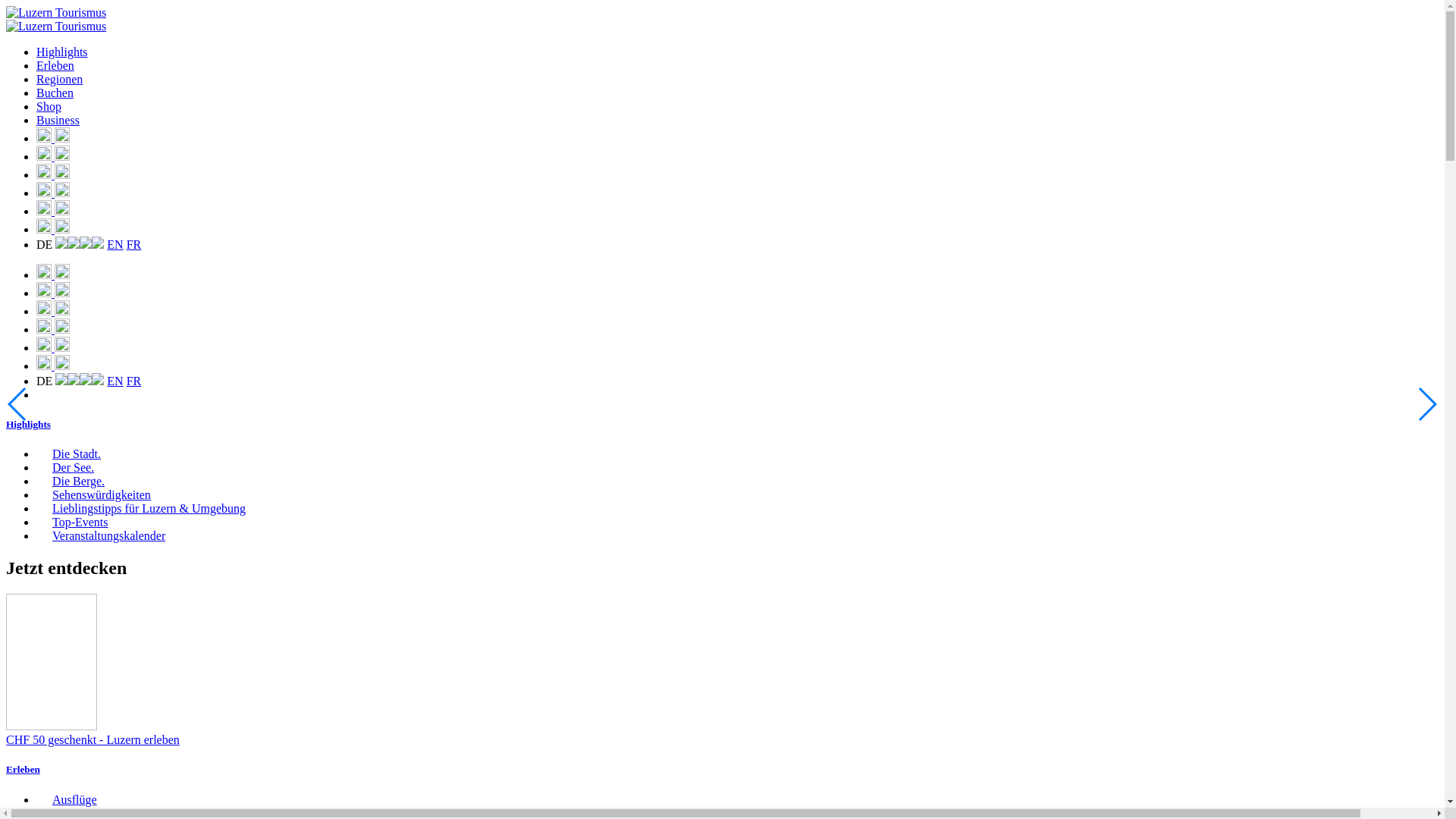 This screenshot has height=819, width=1456. What do you see at coordinates (127, 243) in the screenshot?
I see `'FR'` at bounding box center [127, 243].